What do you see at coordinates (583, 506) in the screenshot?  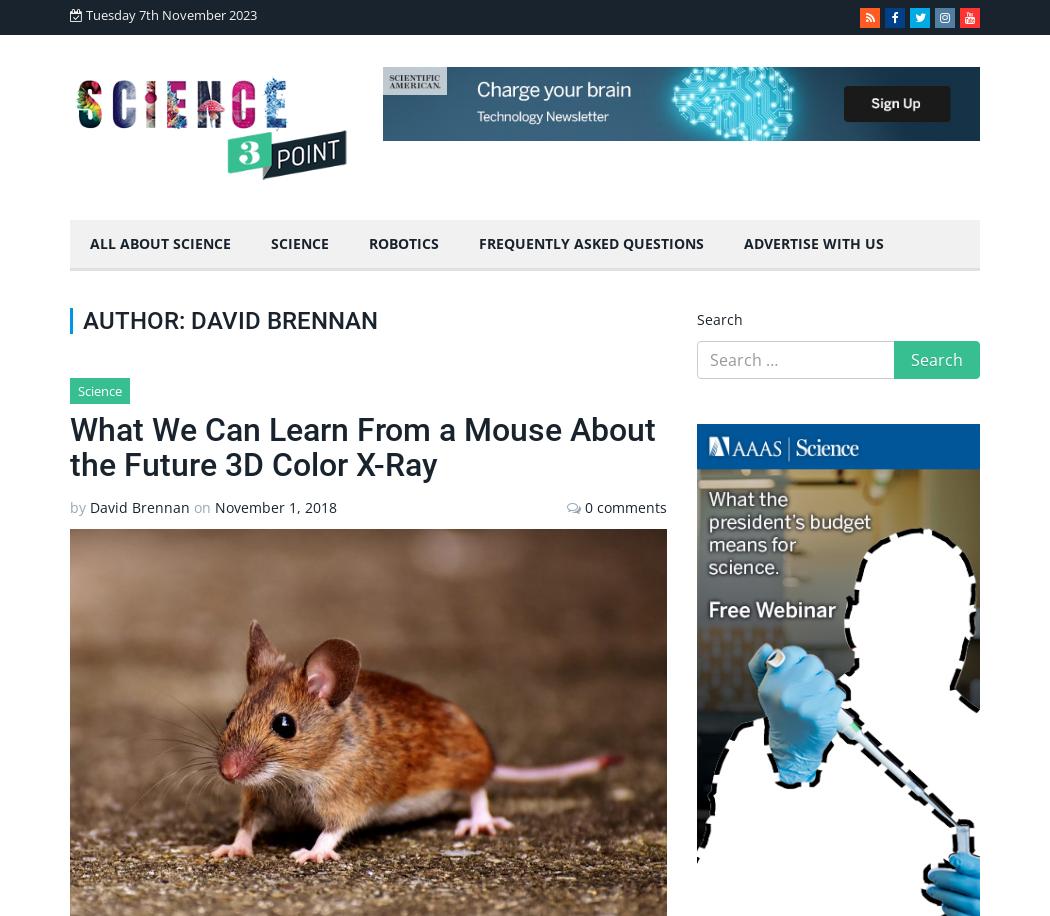 I see `'0 comments'` at bounding box center [583, 506].